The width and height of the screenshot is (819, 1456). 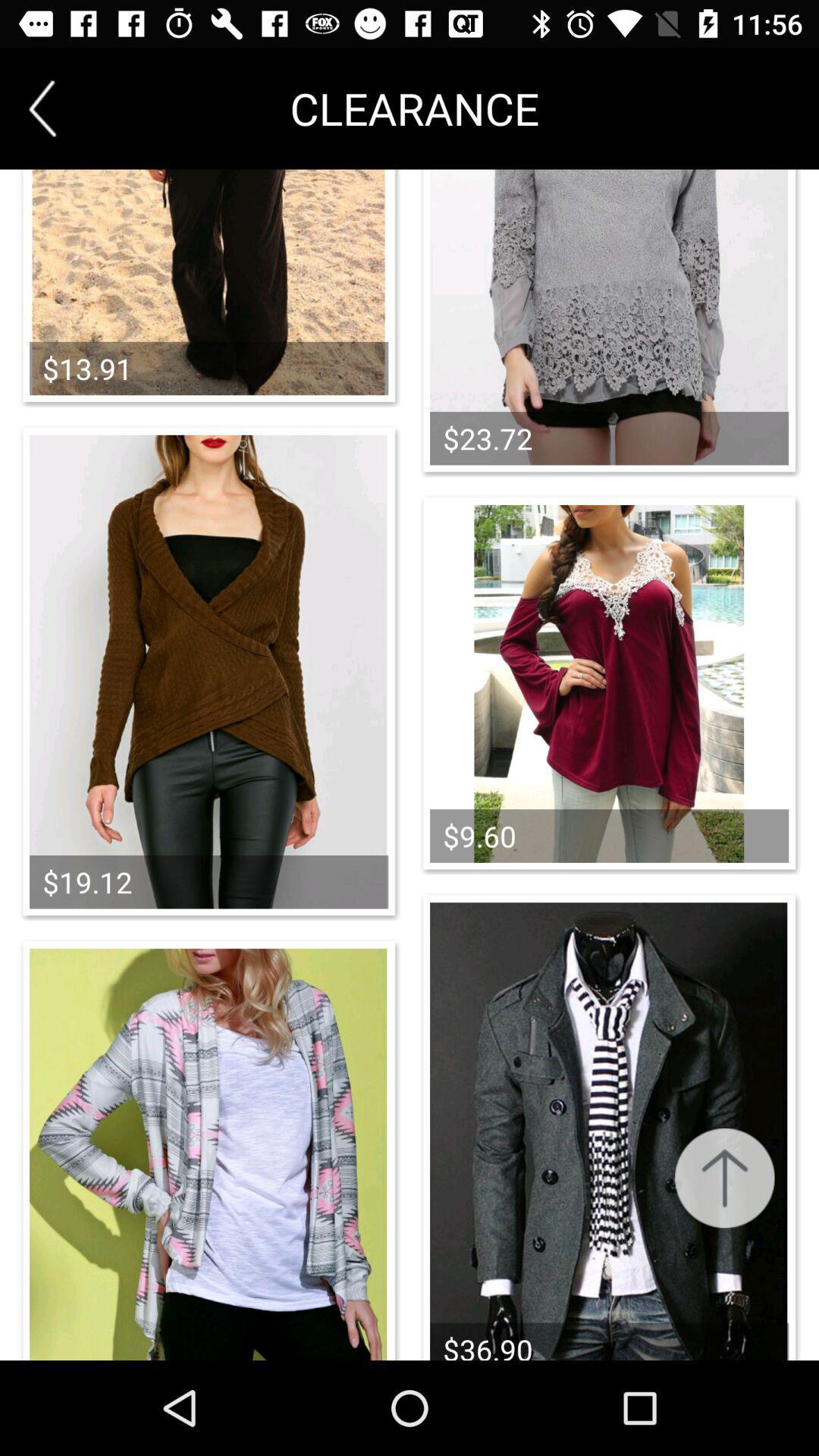 I want to click on item next to clearance icon, so click(x=42, y=108).